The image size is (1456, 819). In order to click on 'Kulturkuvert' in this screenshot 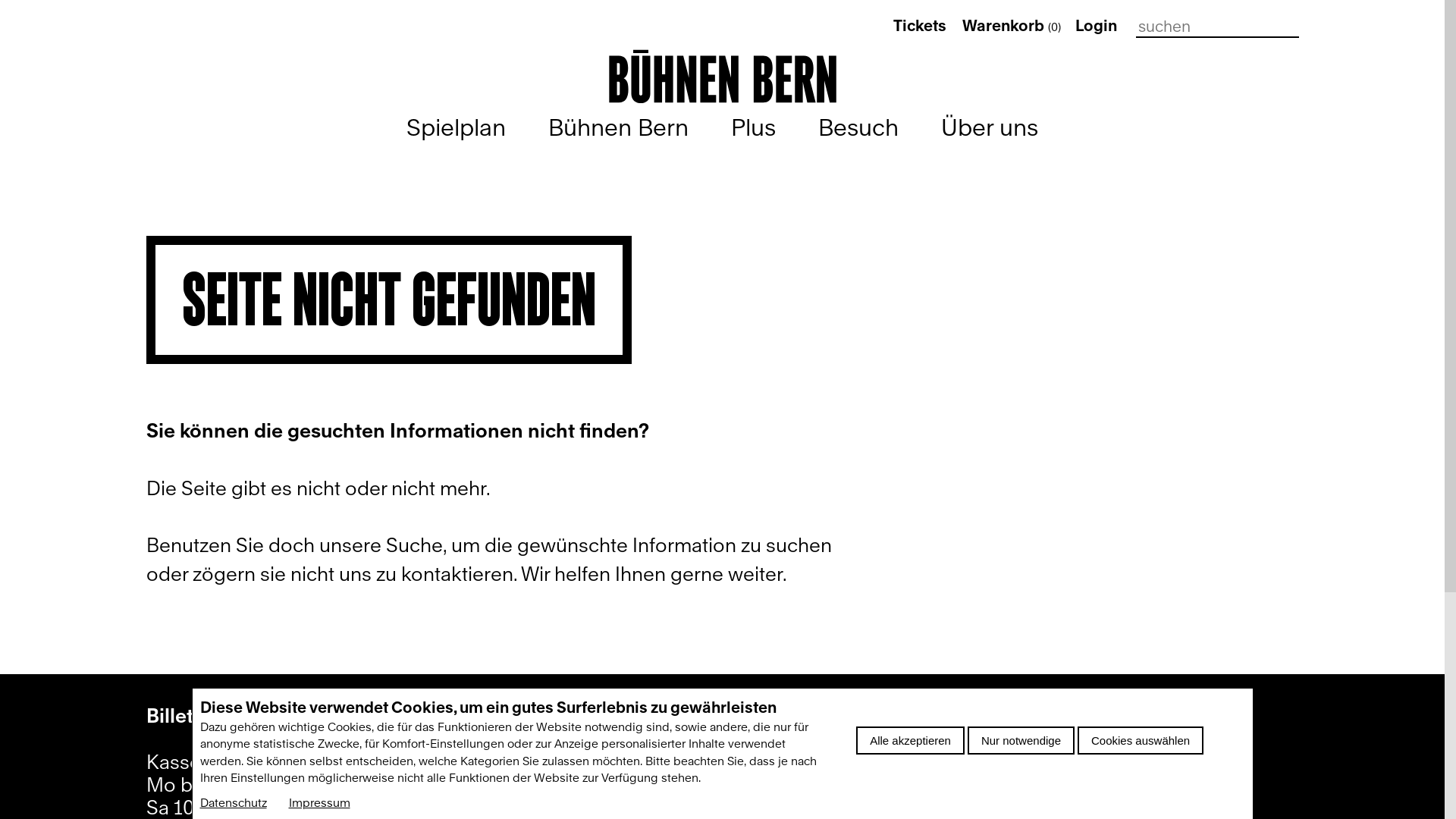, I will do `click(542, 804)`.